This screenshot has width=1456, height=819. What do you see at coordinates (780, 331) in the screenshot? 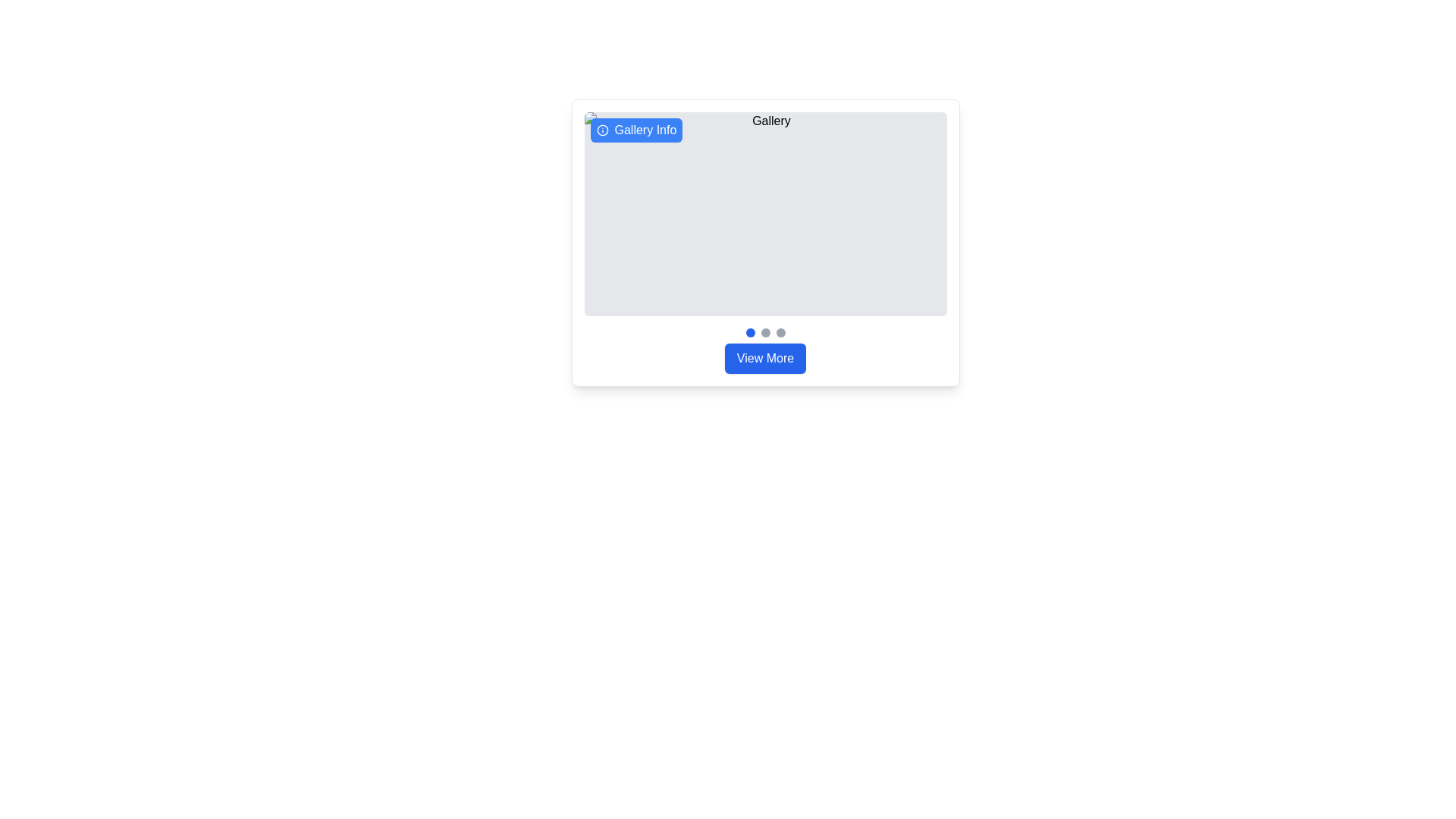
I see `the third inactive navigation indicator dot` at bounding box center [780, 331].